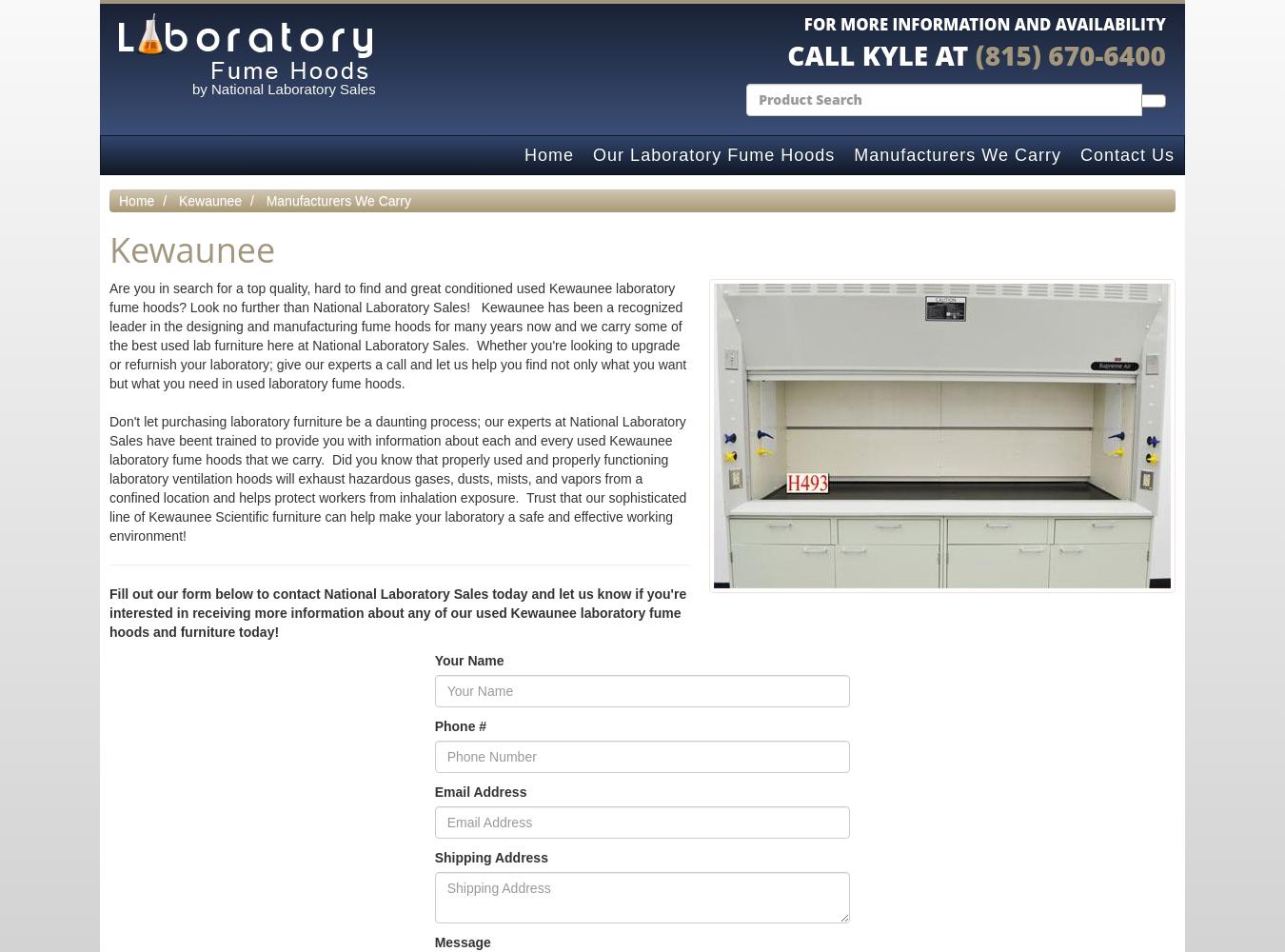 This screenshot has height=952, width=1285. What do you see at coordinates (397, 612) in the screenshot?
I see `'Fill out our form below to contact National Laboratory Sales today and let us know if you're interested in receiving more information about any of our used Kewaunee laboratory fume hoods and furniture today!'` at bounding box center [397, 612].